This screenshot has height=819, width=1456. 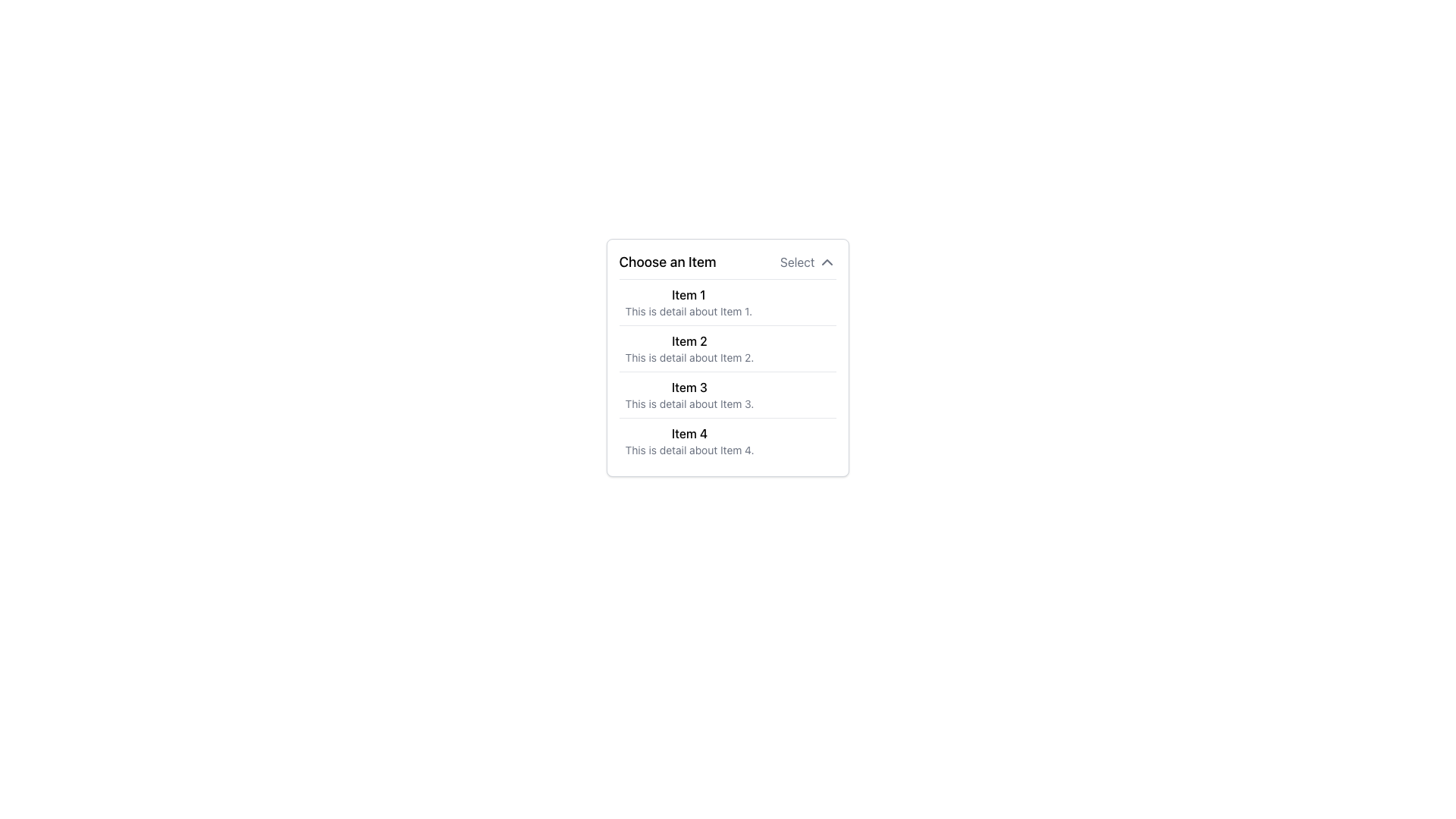 I want to click on the static text displaying 'This is detail about Item 1.', which appears as a secondary descriptor below 'Item 1', so click(x=688, y=311).